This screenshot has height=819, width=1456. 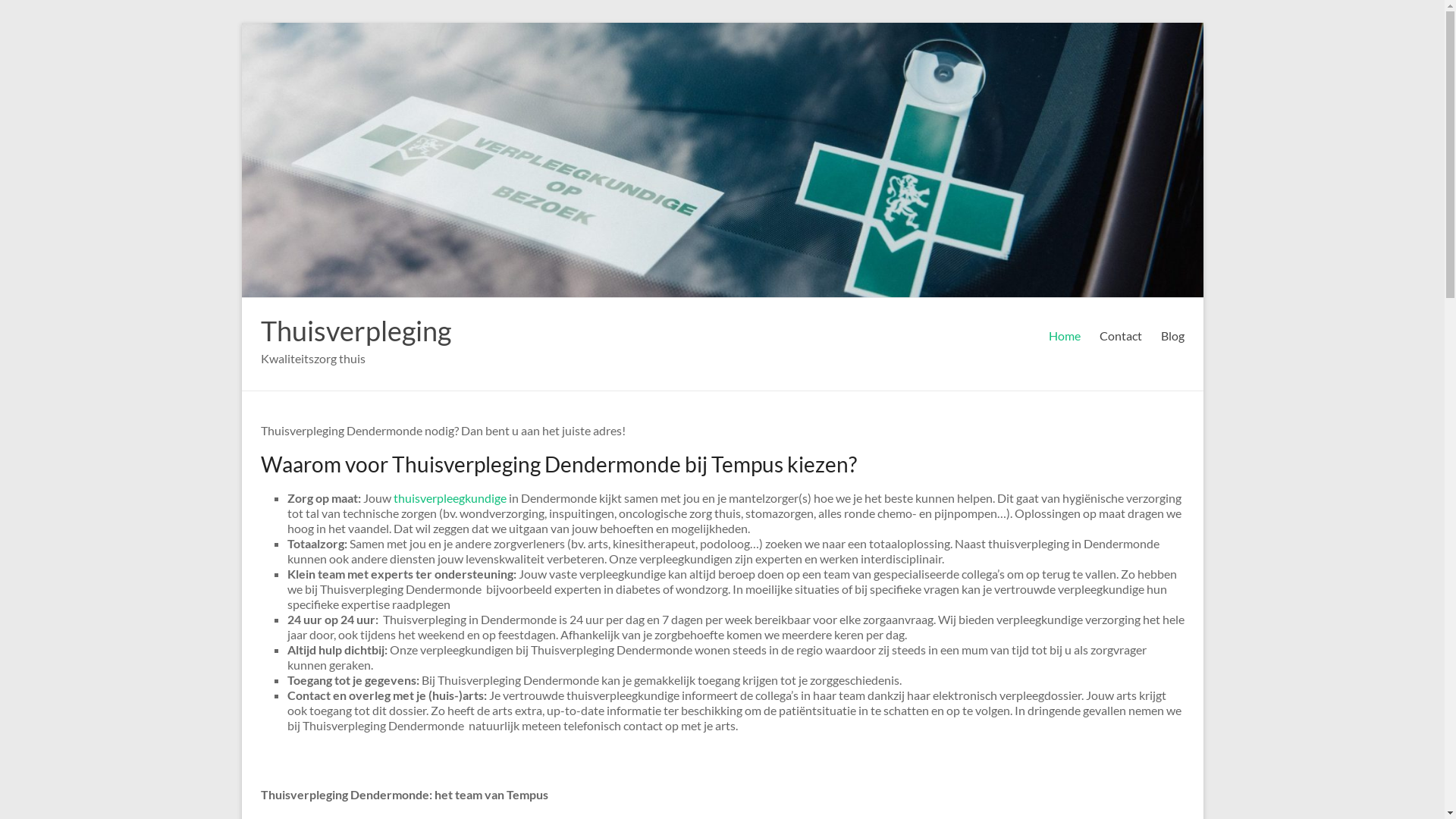 I want to click on 'Blog', so click(x=1159, y=335).